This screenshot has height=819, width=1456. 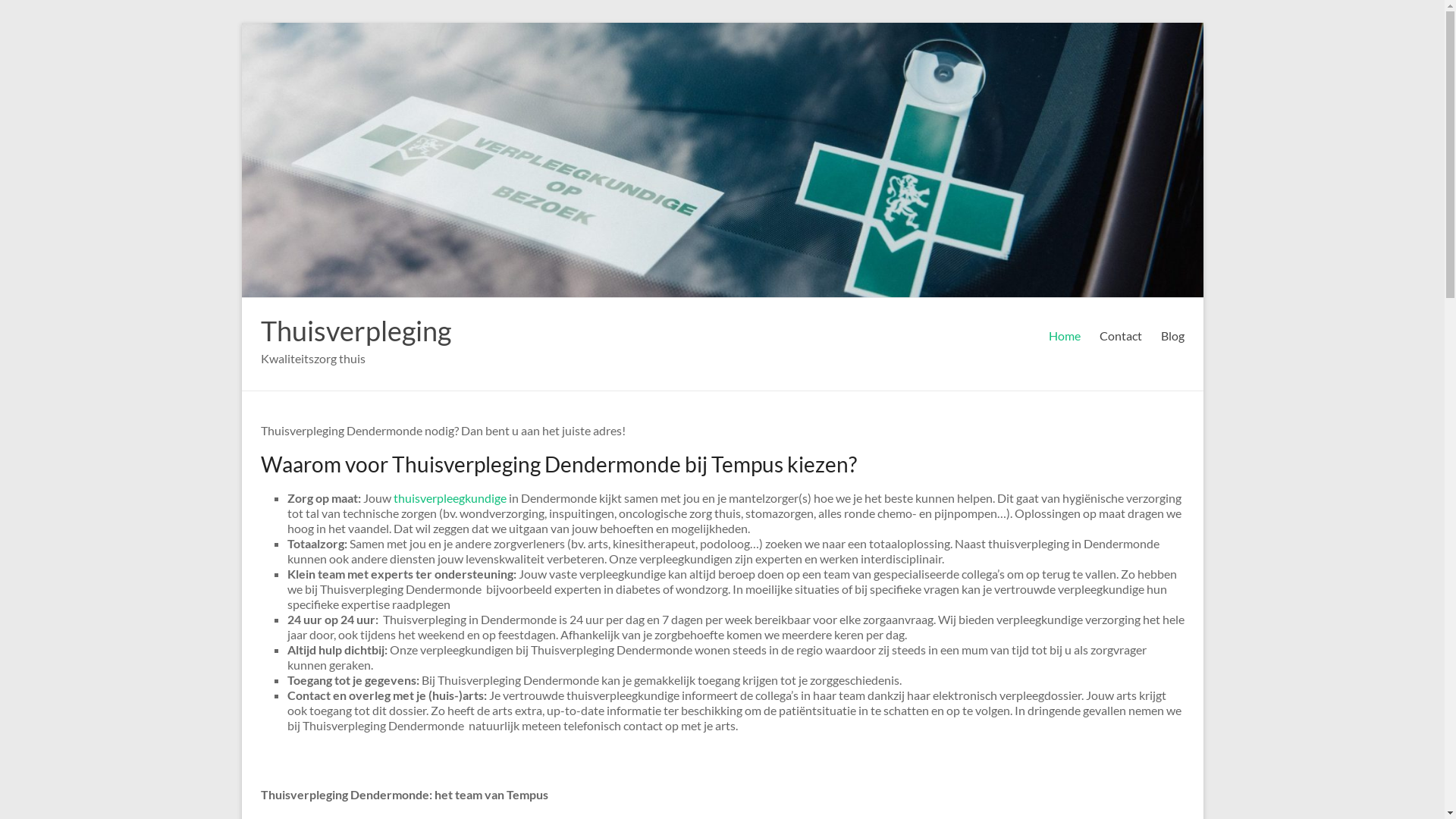 I want to click on 'Blog', so click(x=1159, y=335).